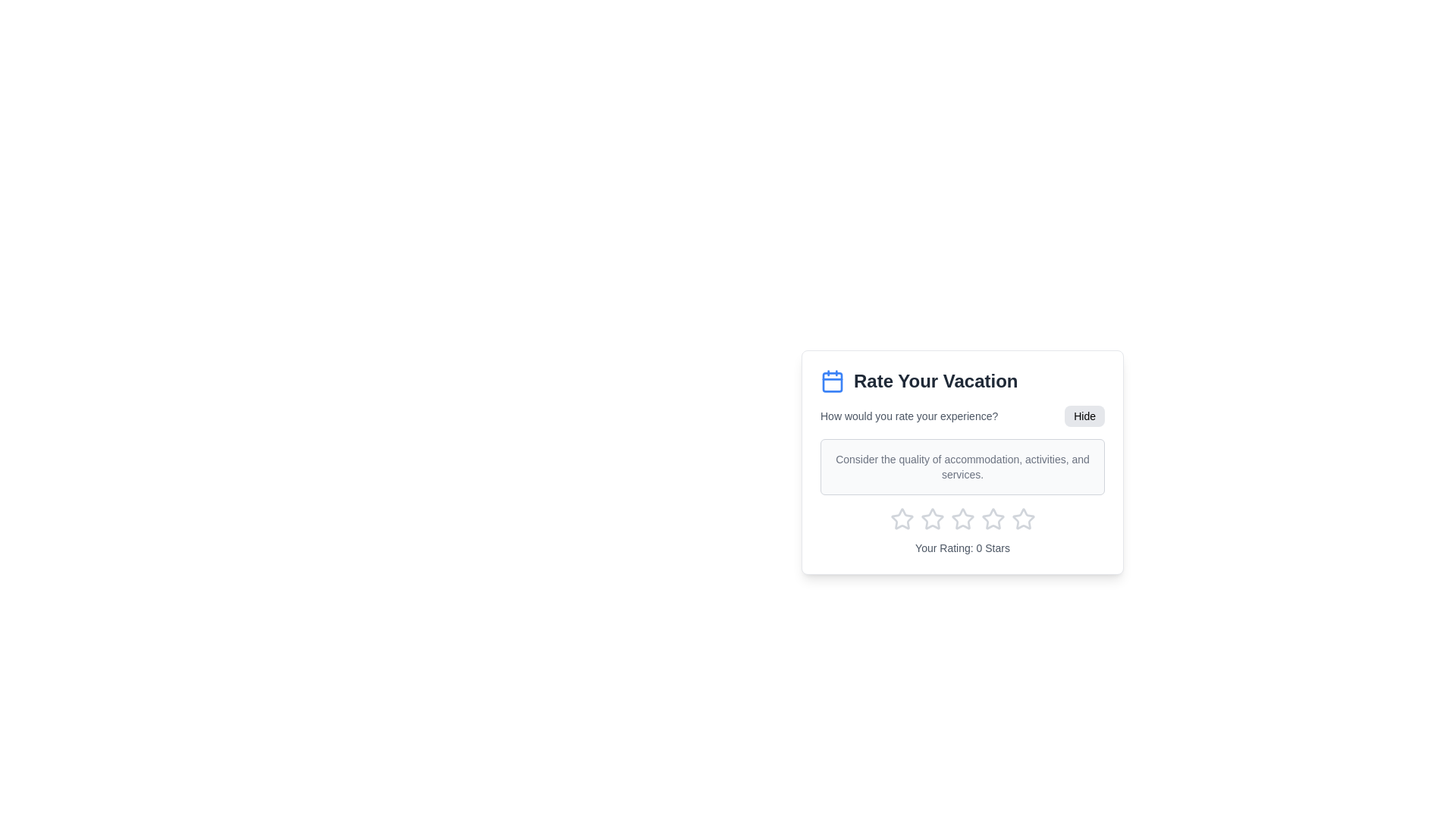 Image resolution: width=1456 pixels, height=819 pixels. I want to click on the fifth star icon, so click(993, 519).